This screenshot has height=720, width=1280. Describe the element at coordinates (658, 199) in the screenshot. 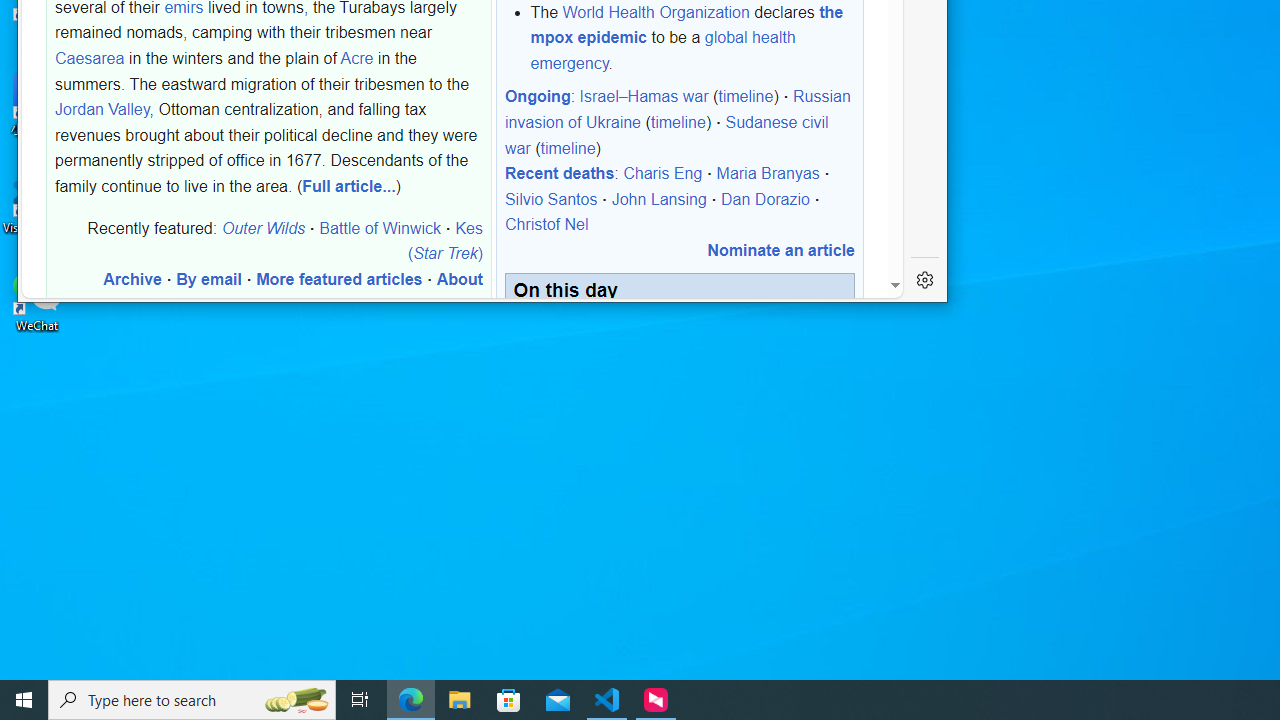

I see `'John Lansing'` at that location.